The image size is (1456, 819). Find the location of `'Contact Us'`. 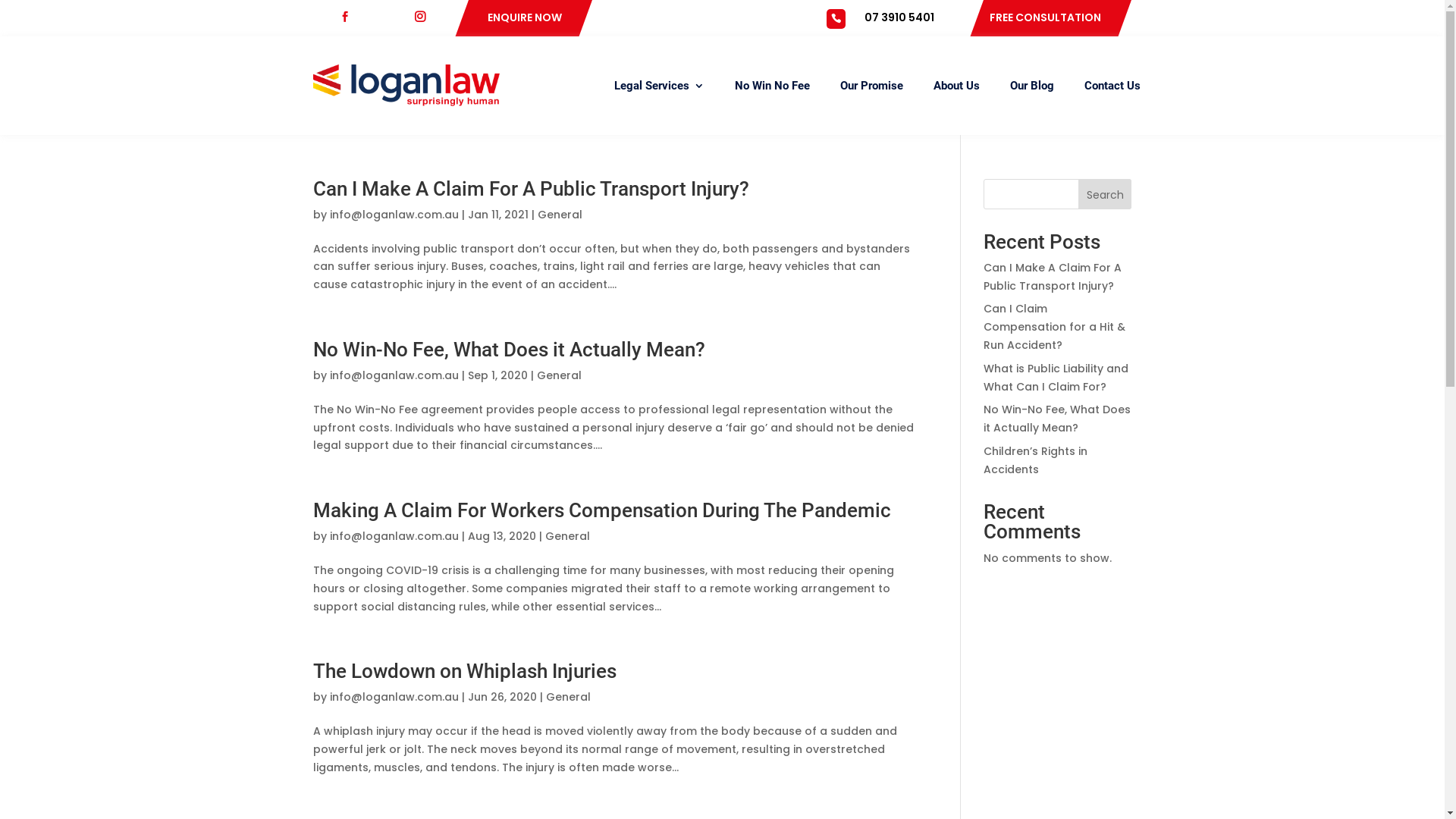

'Contact Us' is located at coordinates (1112, 85).